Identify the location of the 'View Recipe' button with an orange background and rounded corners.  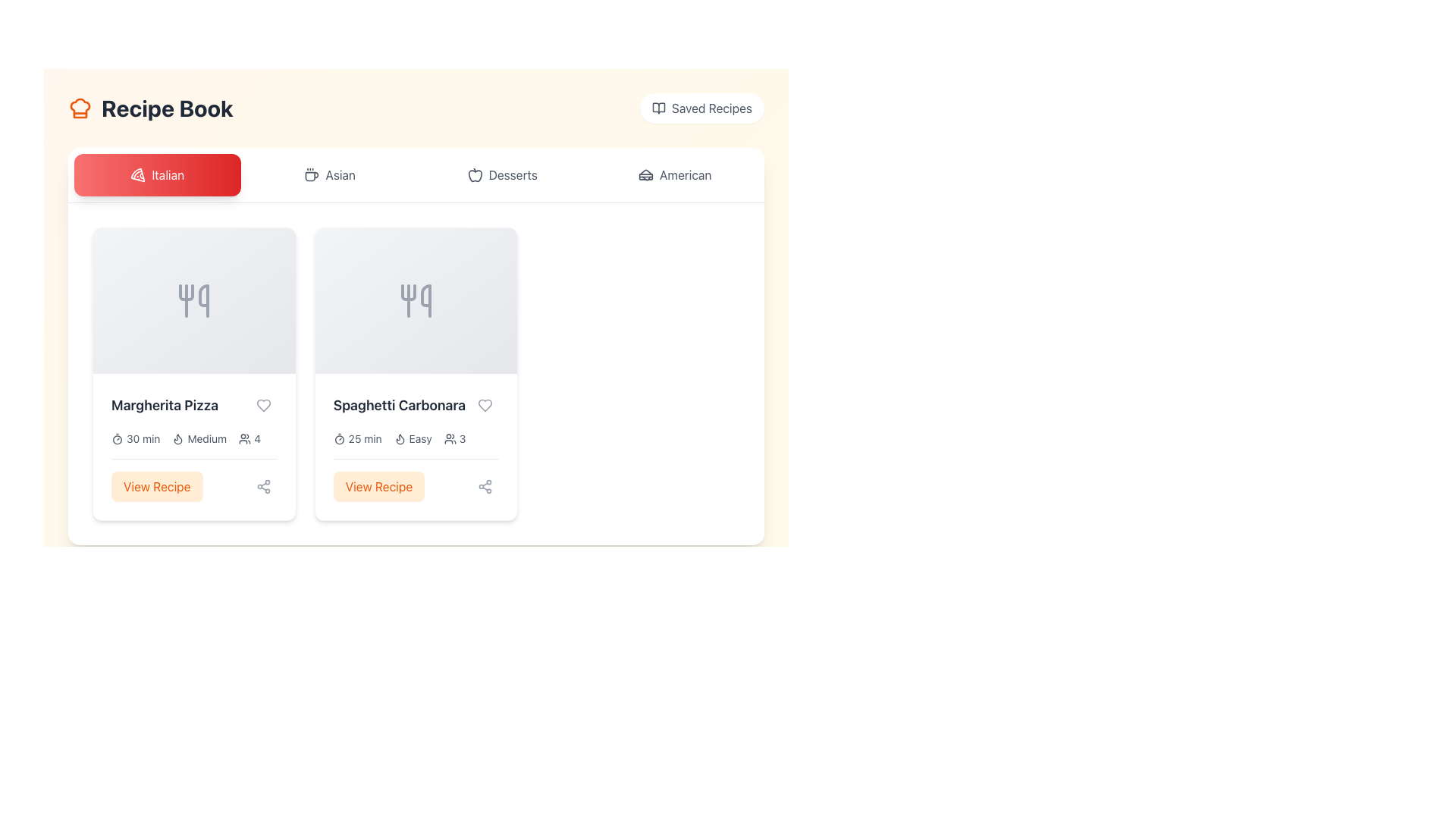
(193, 480).